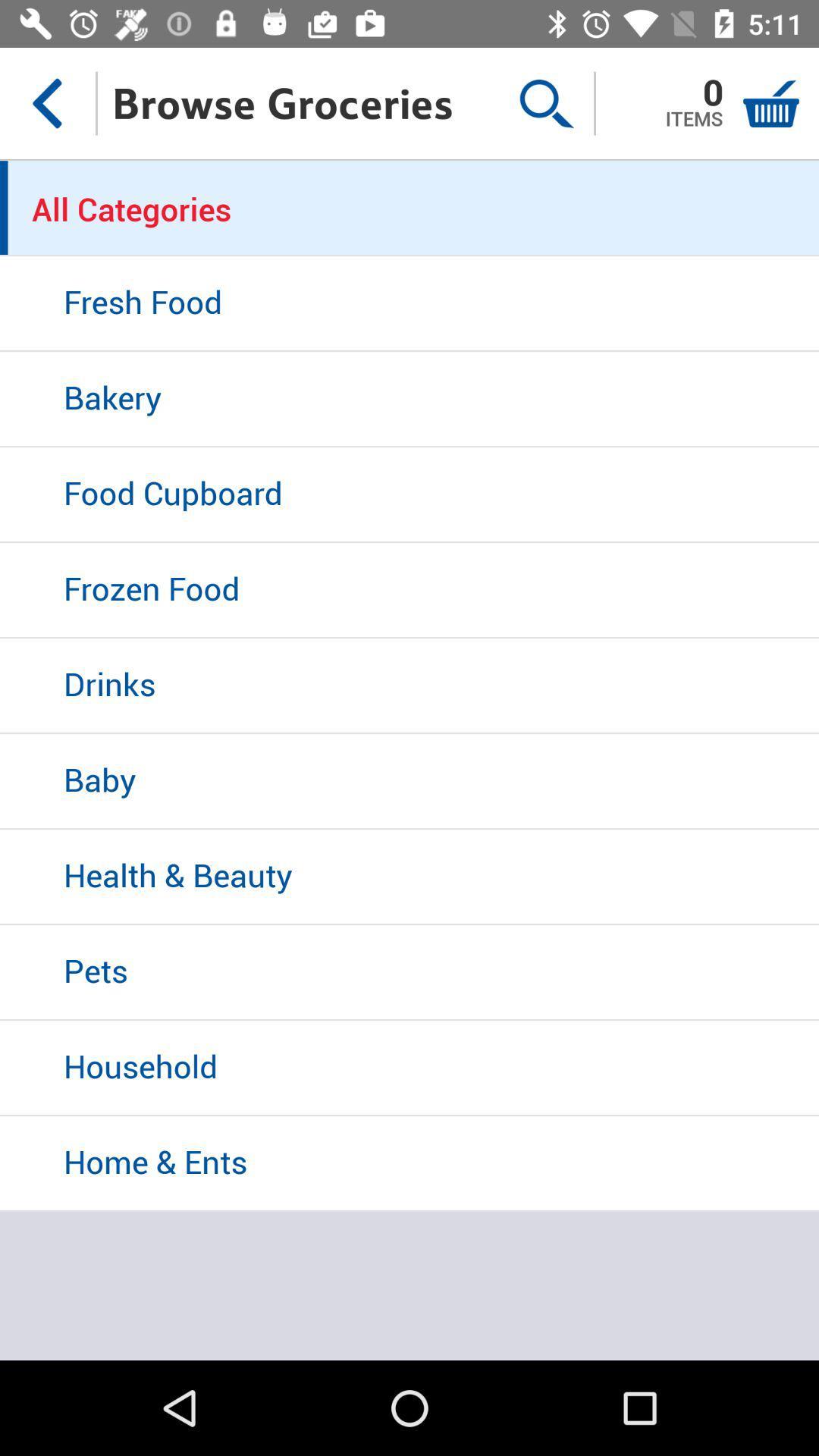 The height and width of the screenshot is (1456, 819). I want to click on the icon below bakery, so click(409, 495).